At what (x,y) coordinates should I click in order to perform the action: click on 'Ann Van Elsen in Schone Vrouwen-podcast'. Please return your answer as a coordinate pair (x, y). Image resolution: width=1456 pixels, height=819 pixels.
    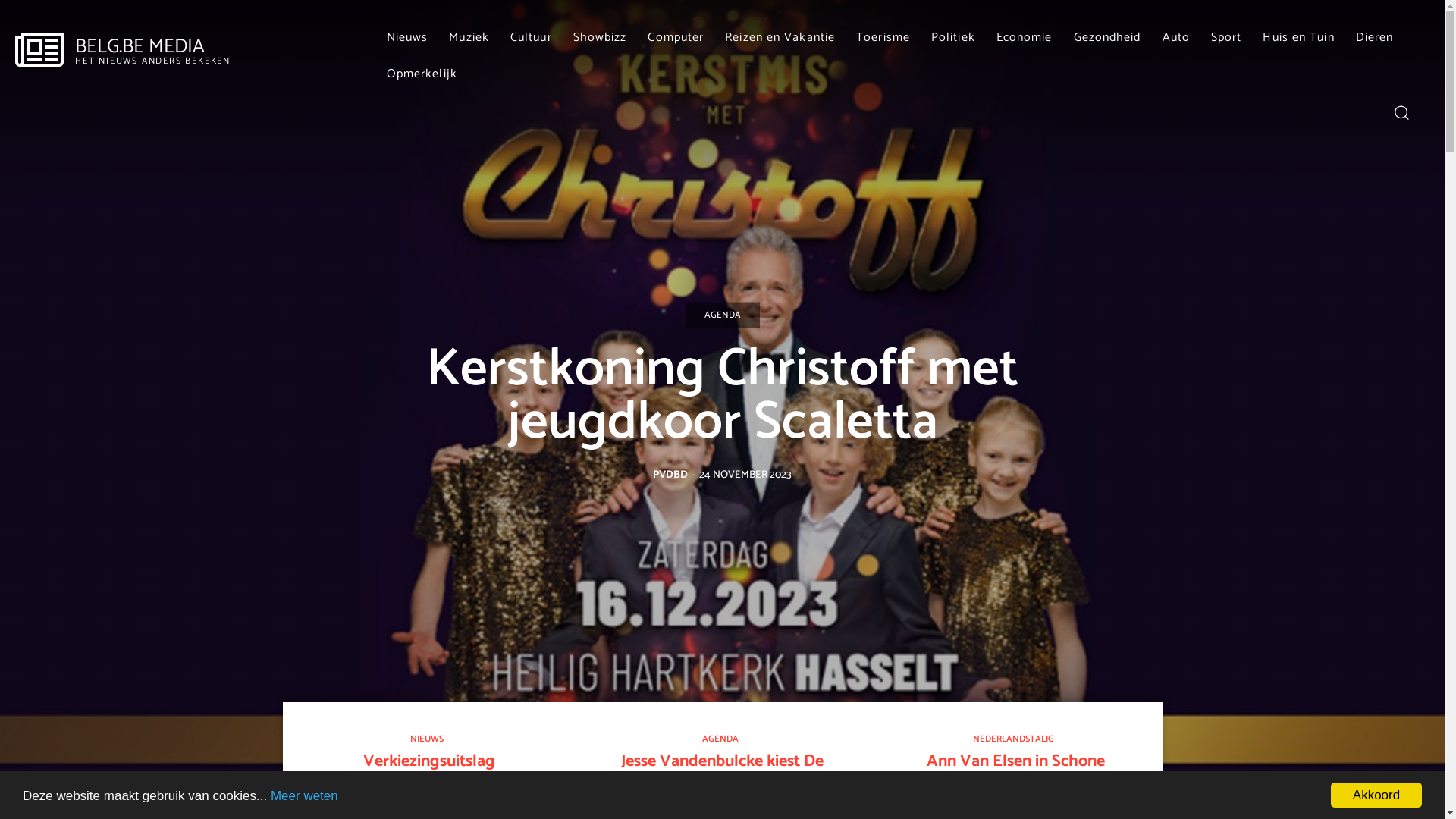
    Looking at the image, I should click on (1015, 771).